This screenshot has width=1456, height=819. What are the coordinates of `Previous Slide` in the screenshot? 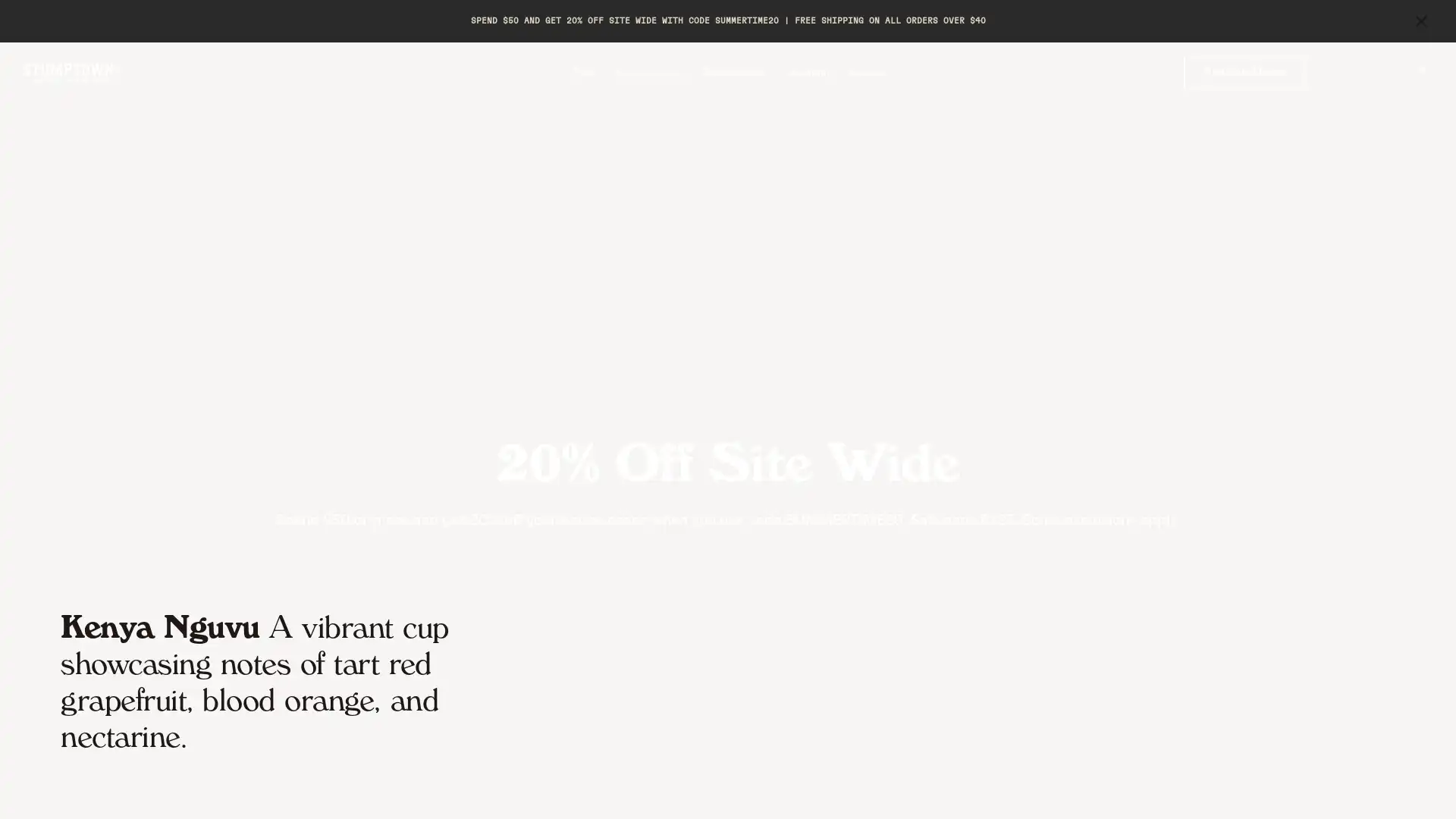 It's located at (1386, 788).